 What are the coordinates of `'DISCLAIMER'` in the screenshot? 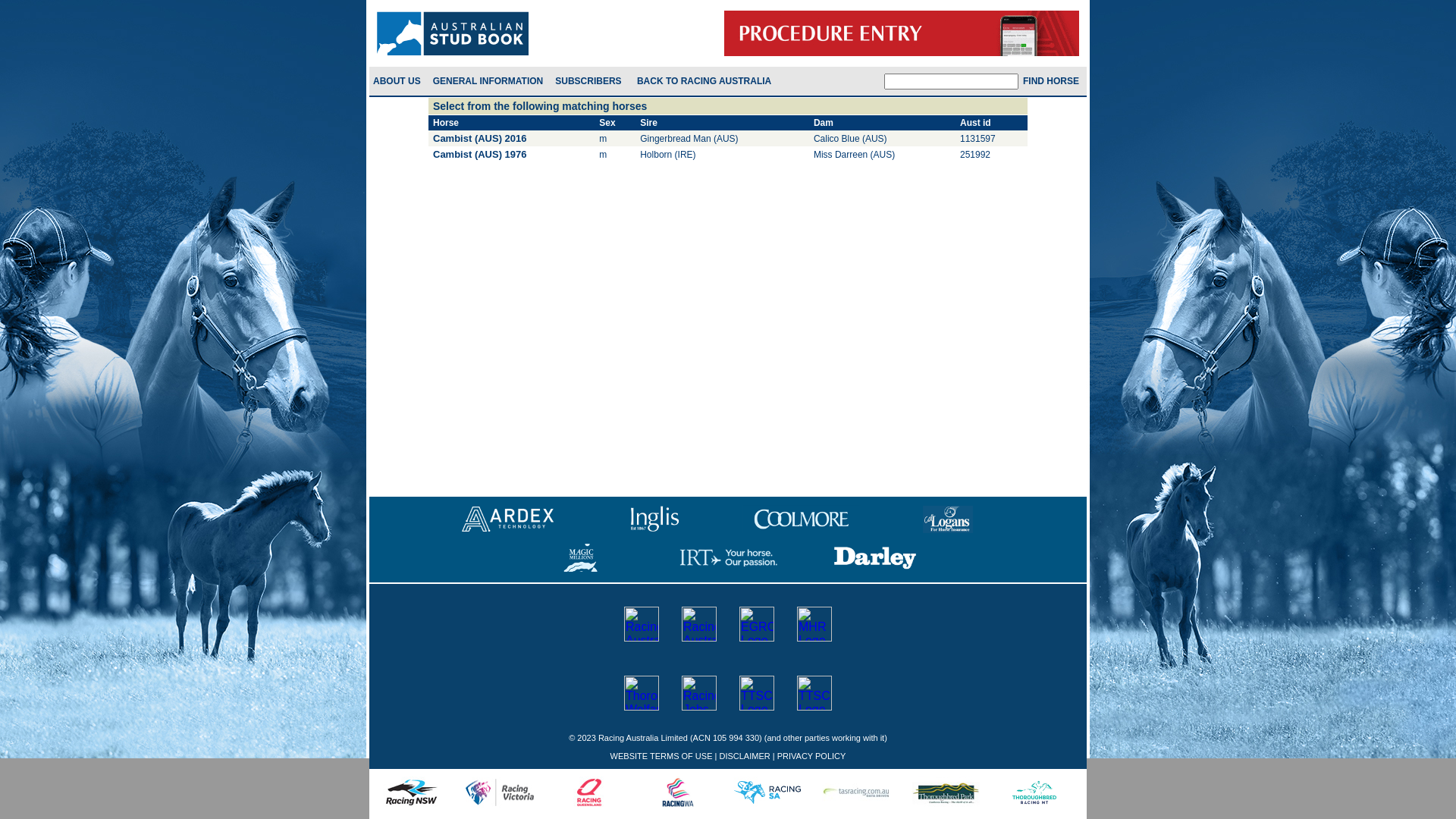 It's located at (744, 755).